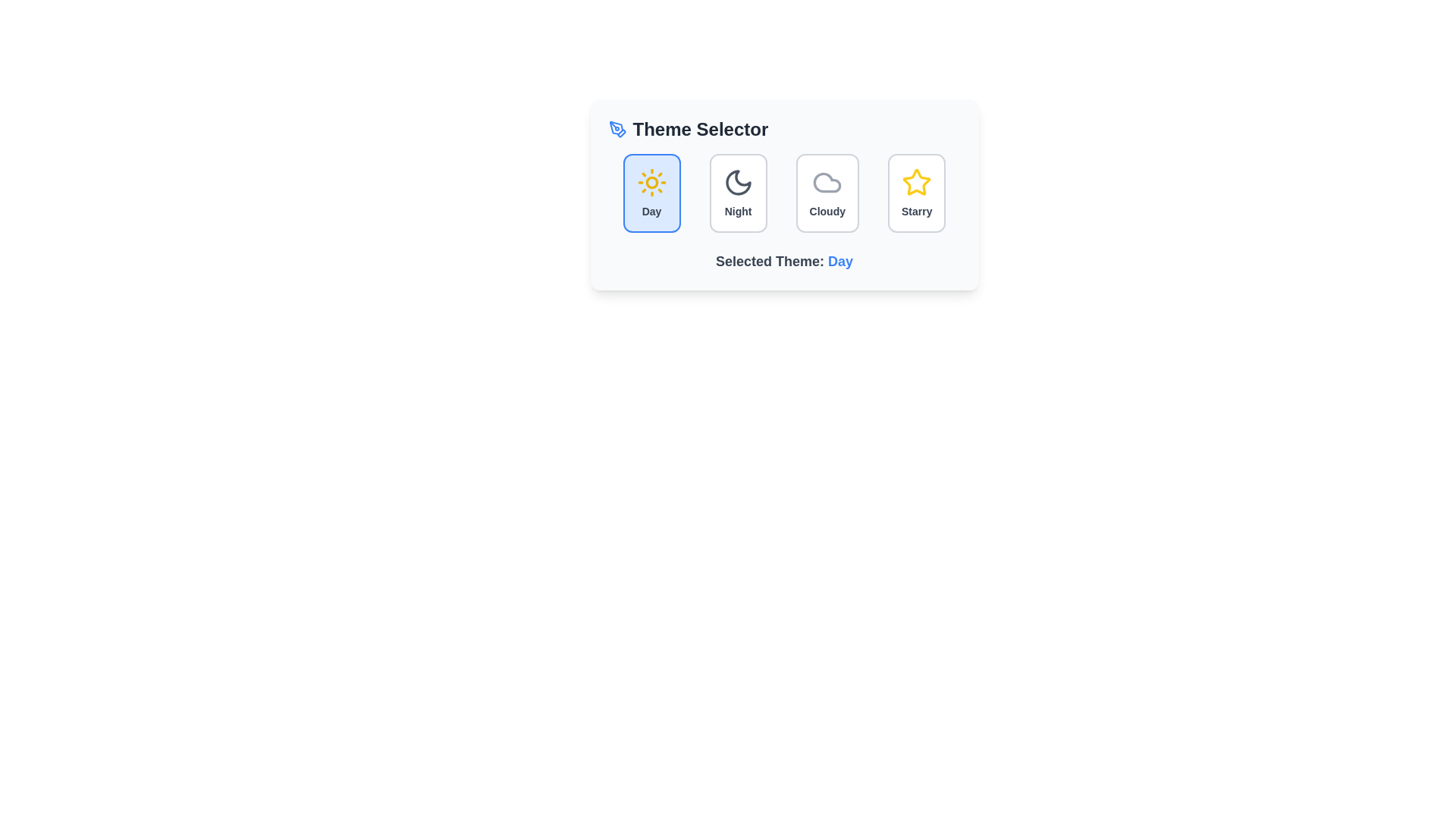  What do you see at coordinates (738, 211) in the screenshot?
I see `the 'Night' label text in the theme selector component, which is located in the second card of a horizontal group of four cards, positioned between 'Day' and 'Cloudy'` at bounding box center [738, 211].